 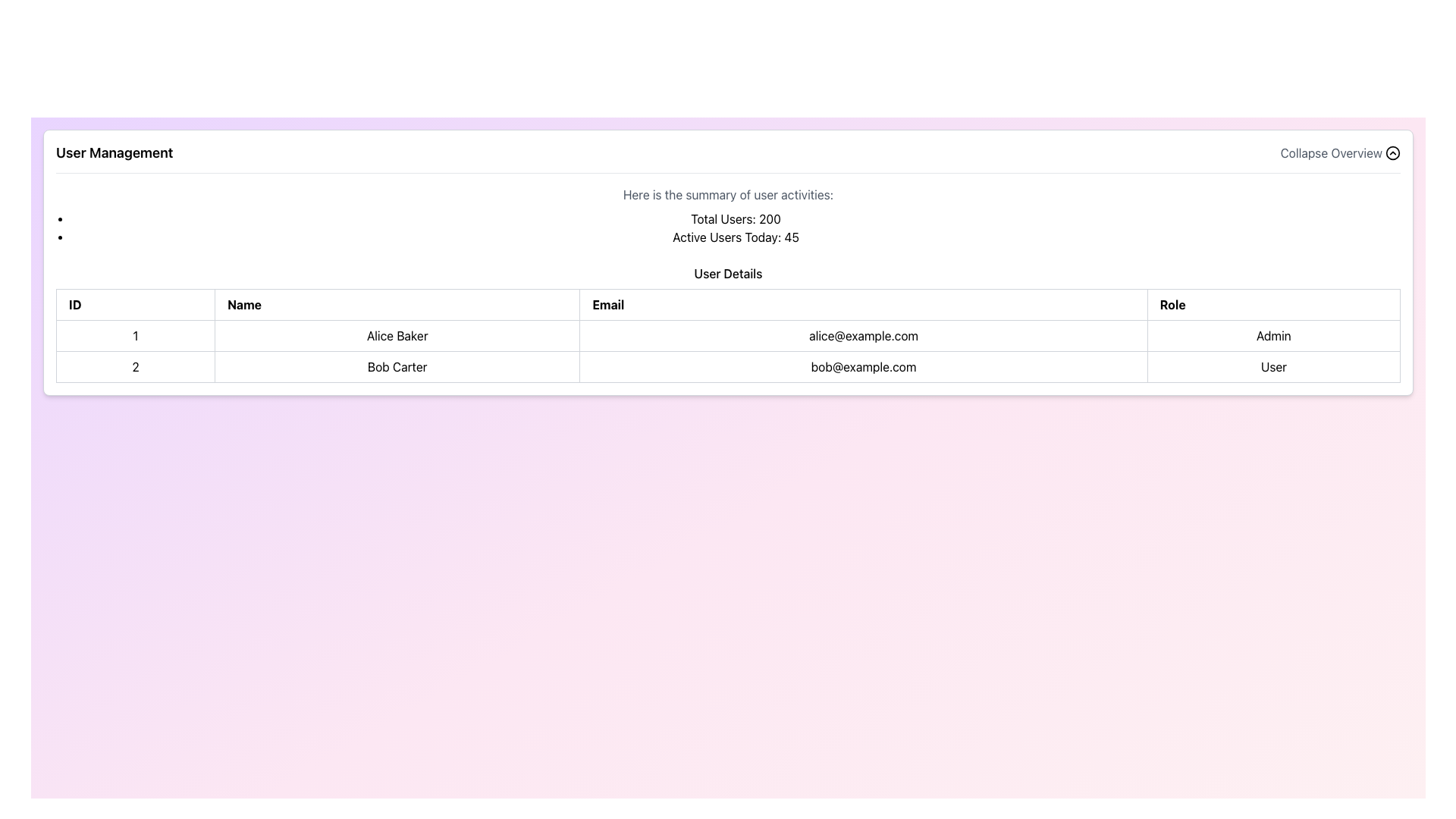 What do you see at coordinates (863, 335) in the screenshot?
I see `the text label displaying the email address of user 'Alice Baker' located in the third cell of the first row of the user data table` at bounding box center [863, 335].